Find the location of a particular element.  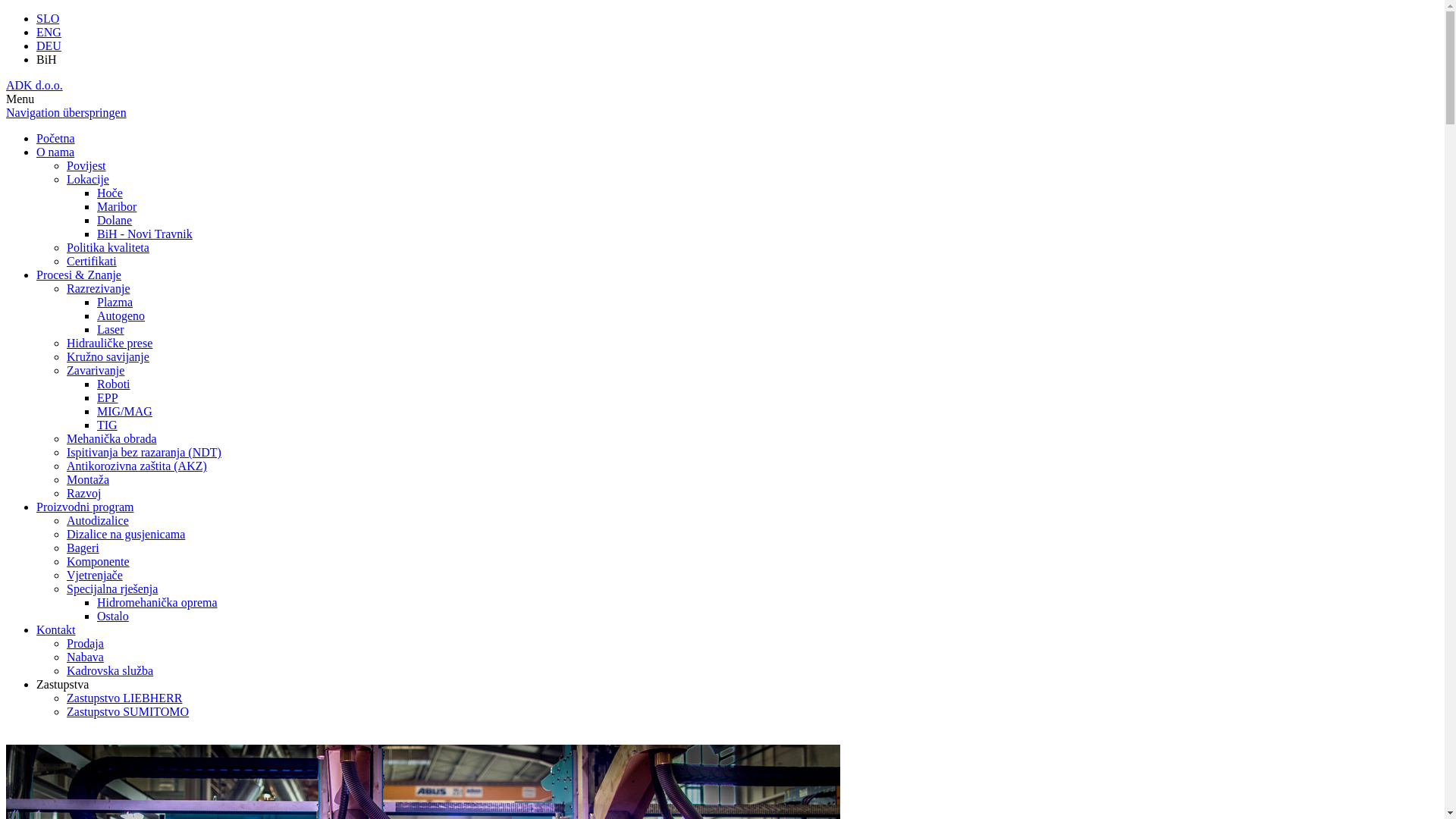

'EPP' is located at coordinates (107, 397).